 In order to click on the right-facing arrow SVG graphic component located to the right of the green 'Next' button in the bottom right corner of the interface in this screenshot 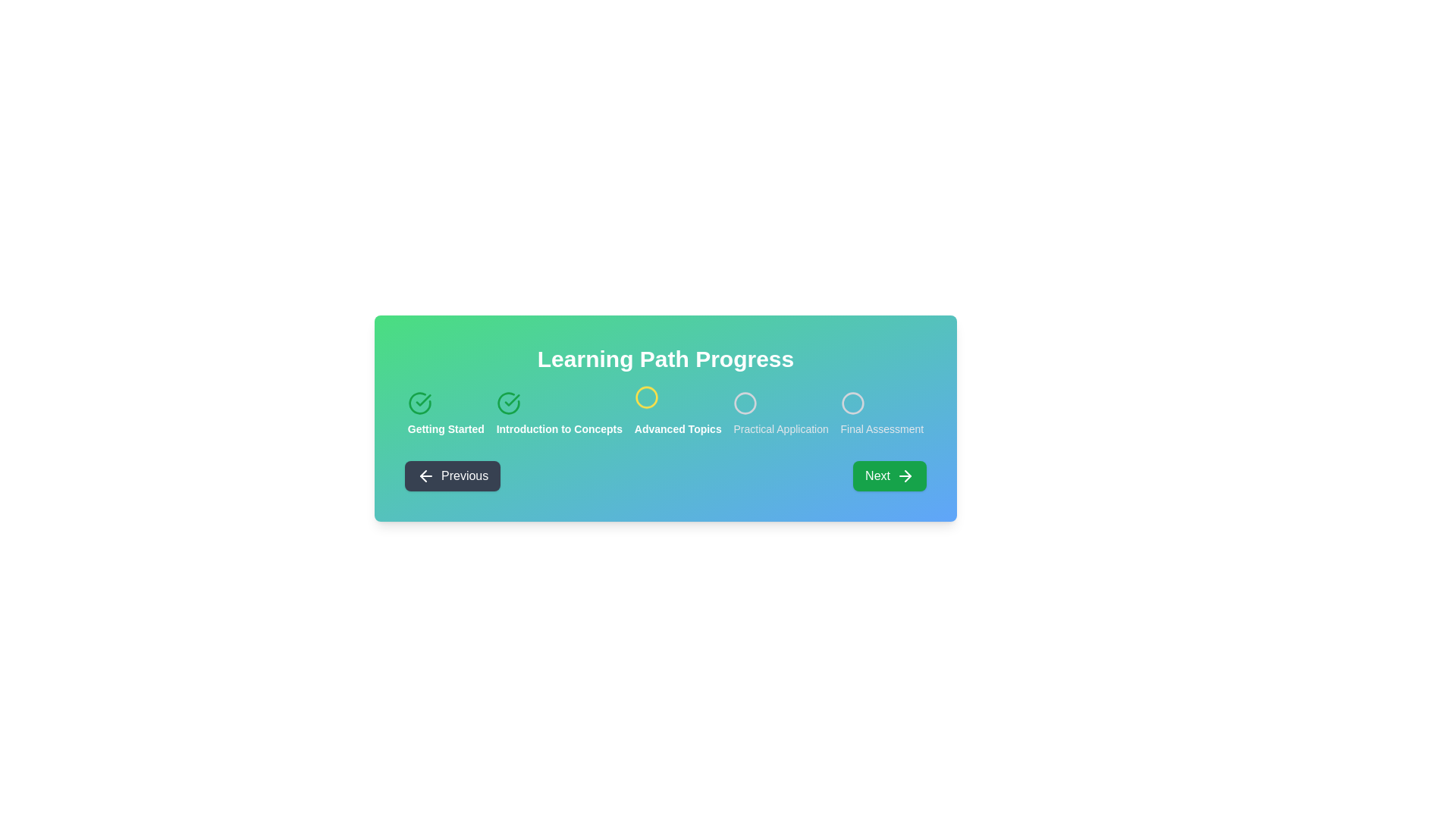, I will do `click(908, 475)`.